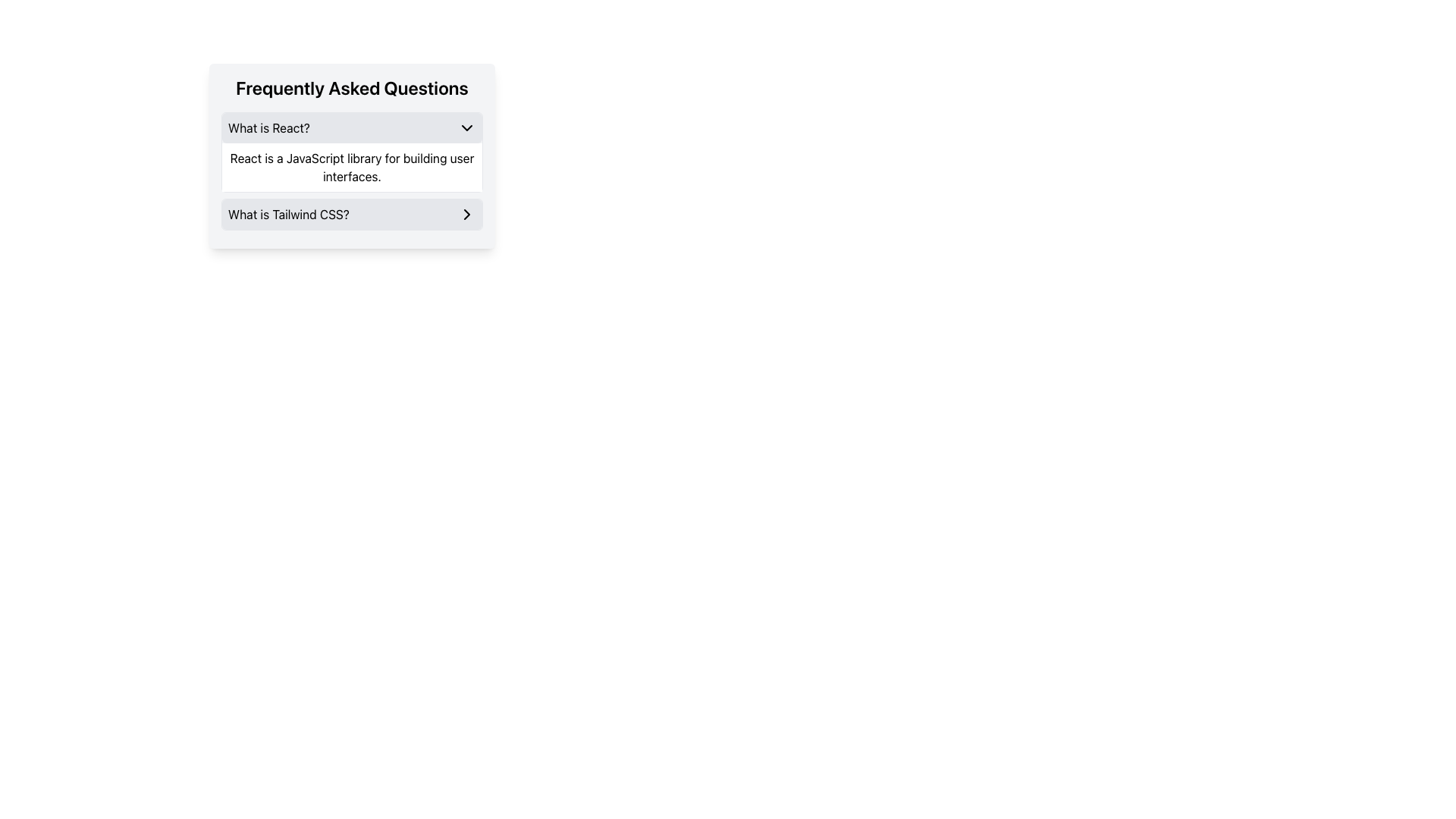 The height and width of the screenshot is (819, 1456). Describe the element at coordinates (351, 214) in the screenshot. I see `the button labeled 'What is Tailwind CSS?' in the 'Frequently Asked Questions' section` at that location.